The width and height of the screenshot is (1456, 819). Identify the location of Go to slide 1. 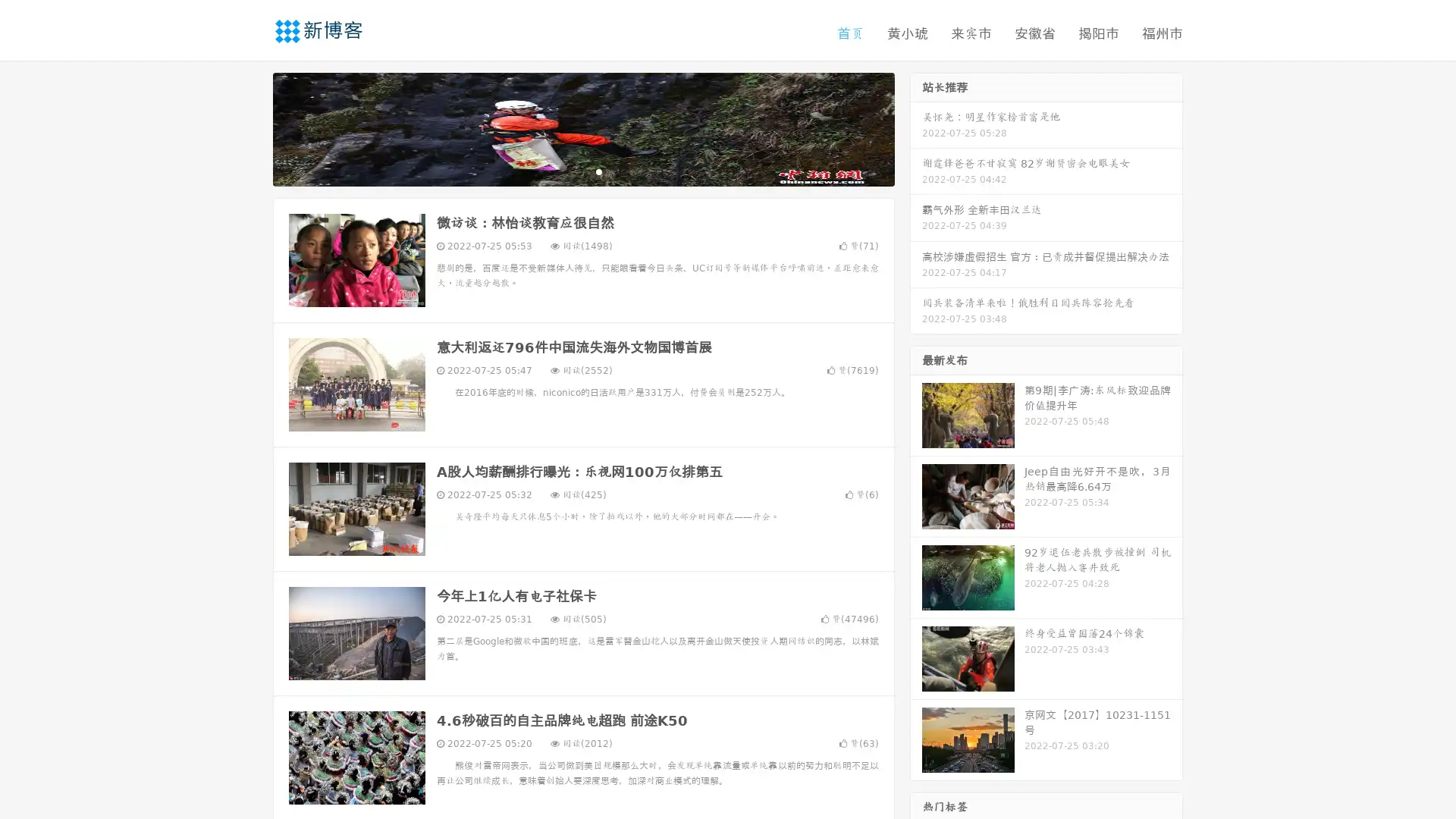
(567, 171).